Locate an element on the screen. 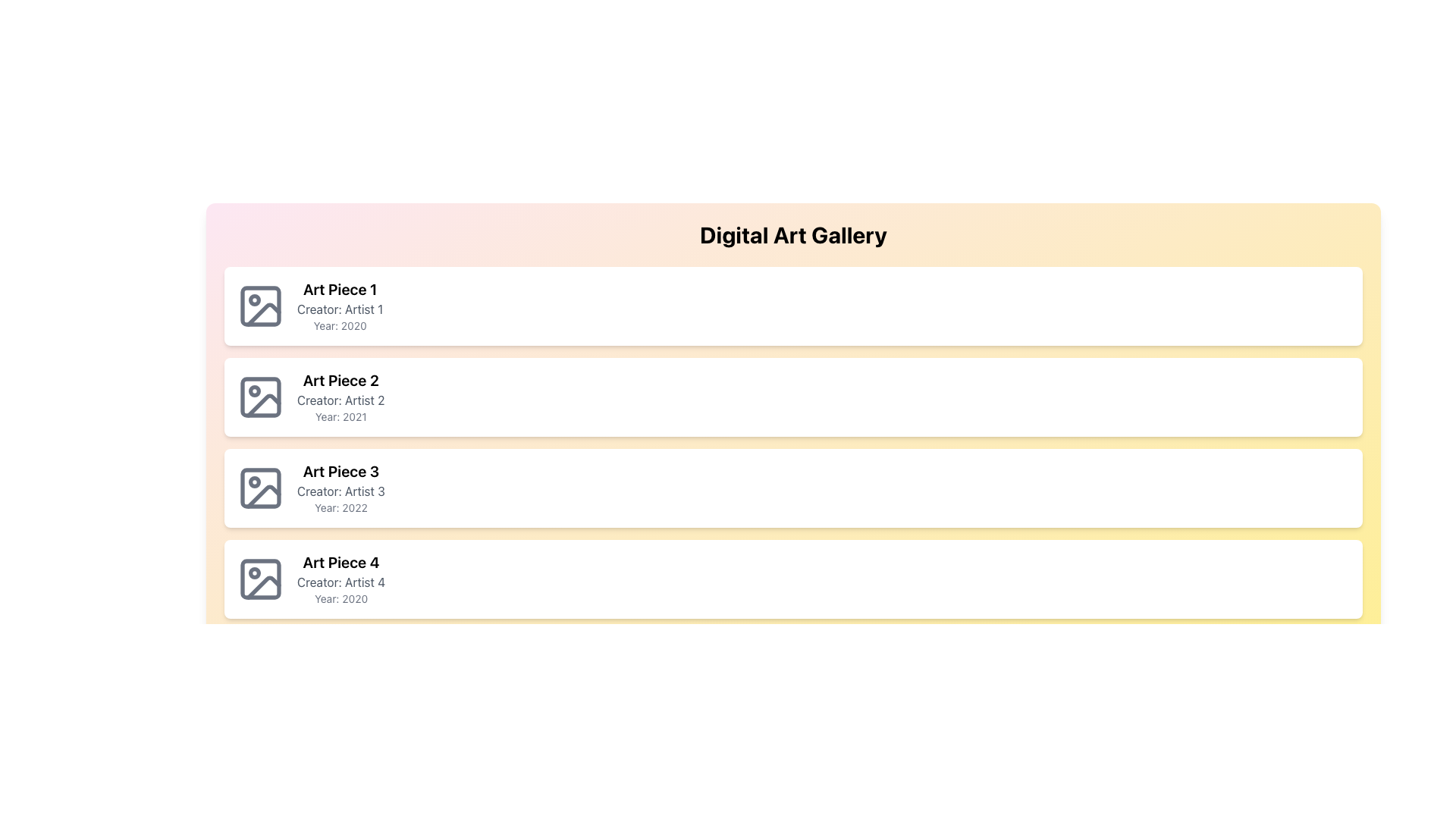 The width and height of the screenshot is (1456, 819). the decorative icon associated with 'Art Piece 3', located to the left of the title, creator, and year details is located at coordinates (261, 488).